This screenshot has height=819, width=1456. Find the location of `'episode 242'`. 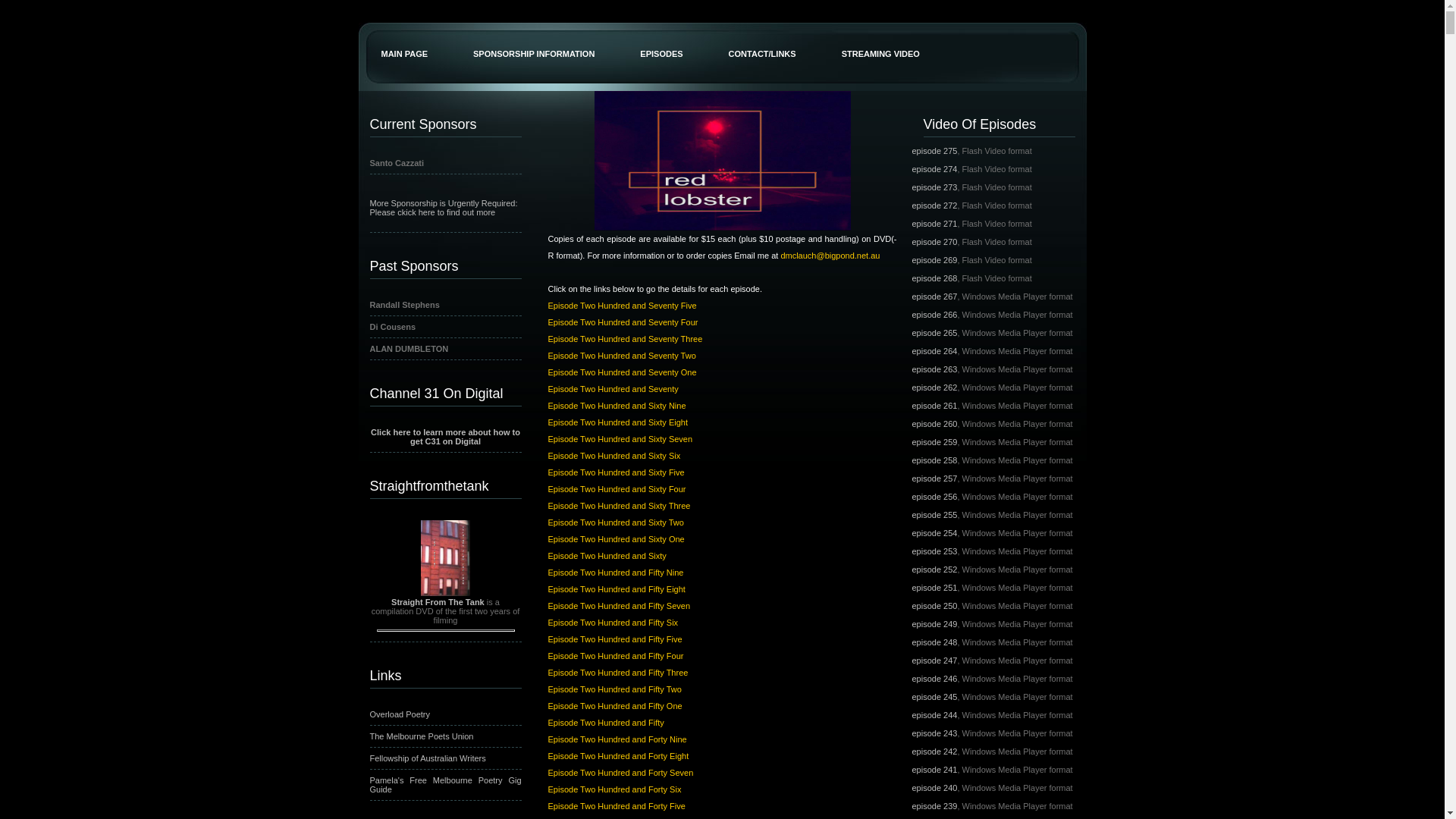

'episode 242' is located at coordinates (934, 752).